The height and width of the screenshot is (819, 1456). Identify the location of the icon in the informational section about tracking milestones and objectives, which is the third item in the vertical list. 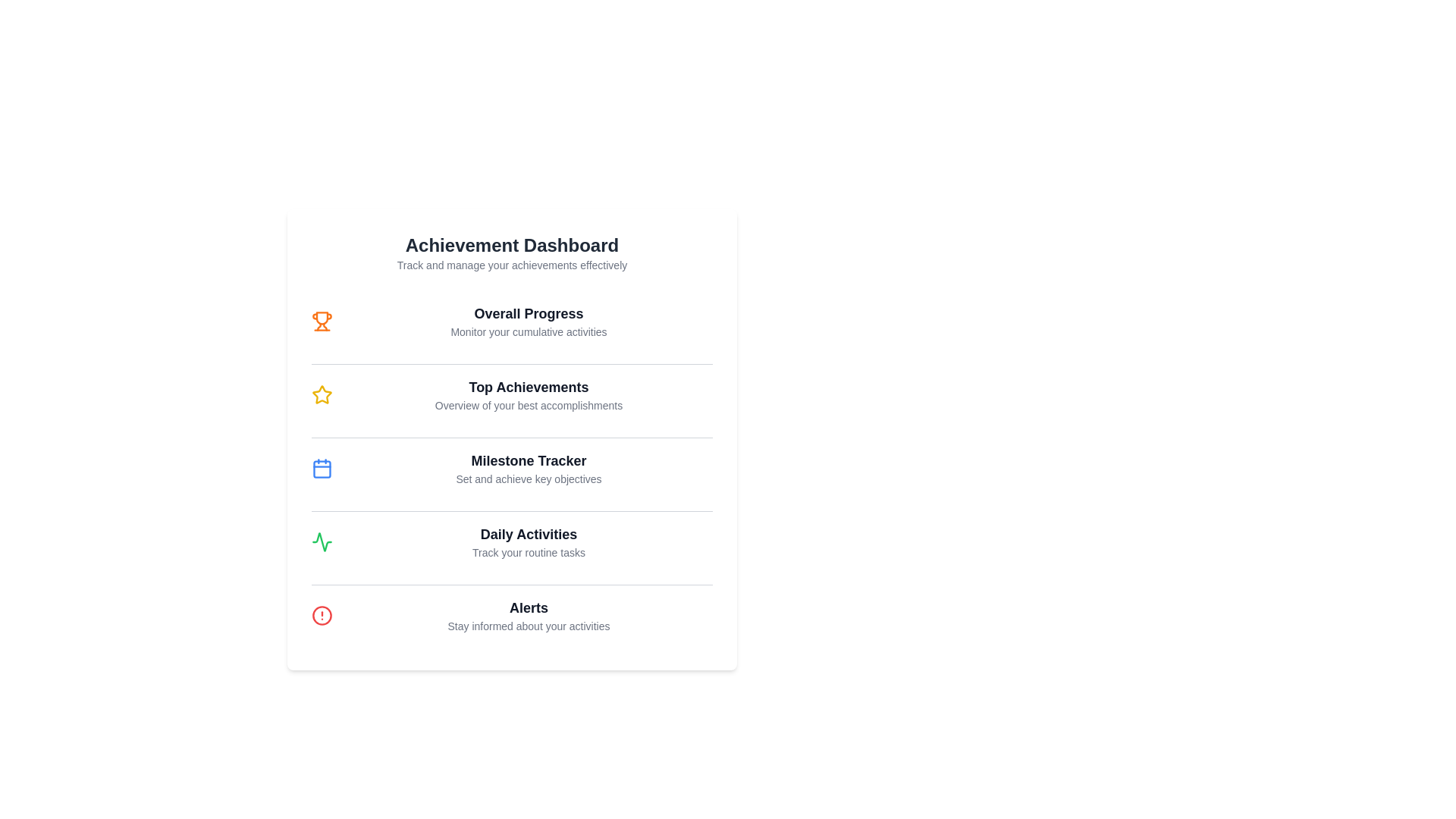
(512, 467).